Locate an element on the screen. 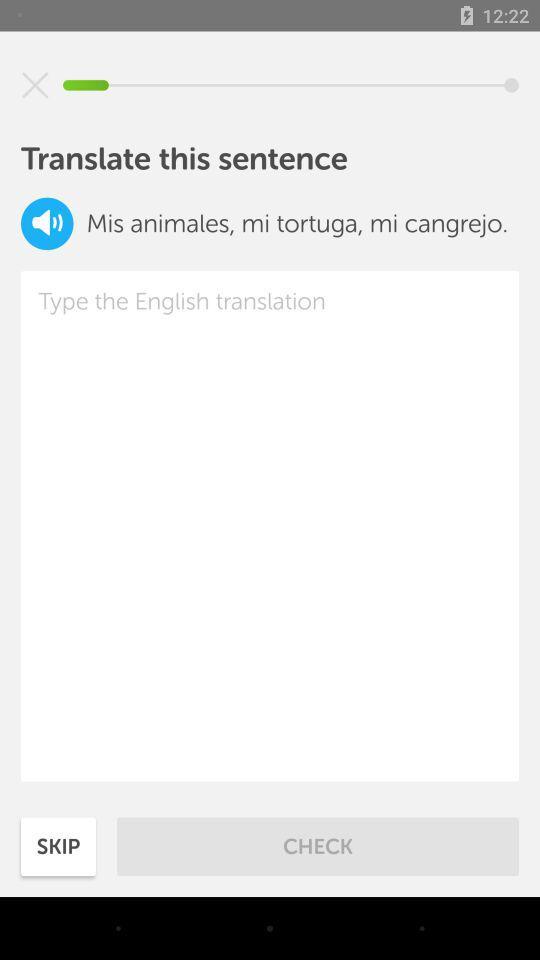 Image resolution: width=540 pixels, height=960 pixels. type the english translation is located at coordinates (270, 525).